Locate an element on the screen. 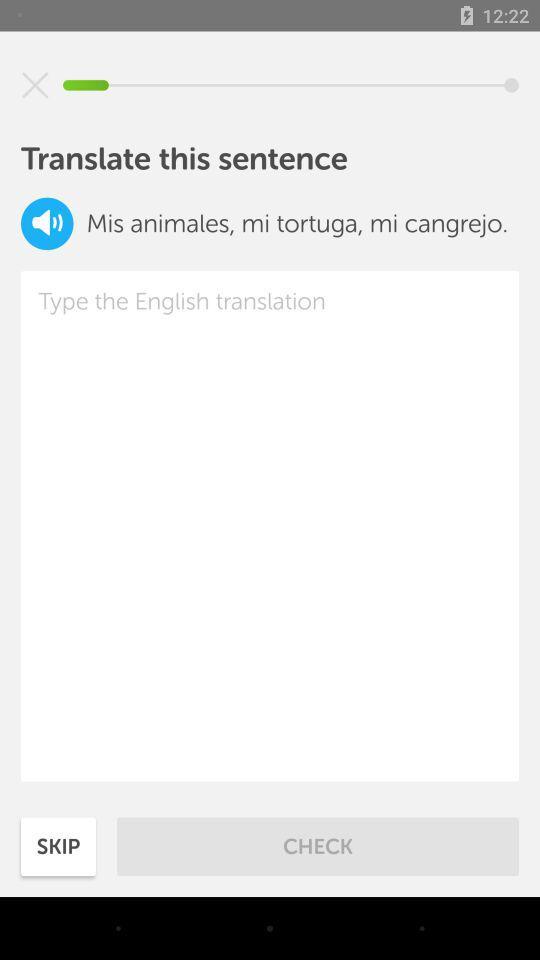 Image resolution: width=540 pixels, height=960 pixels. type the english translation is located at coordinates (270, 525).